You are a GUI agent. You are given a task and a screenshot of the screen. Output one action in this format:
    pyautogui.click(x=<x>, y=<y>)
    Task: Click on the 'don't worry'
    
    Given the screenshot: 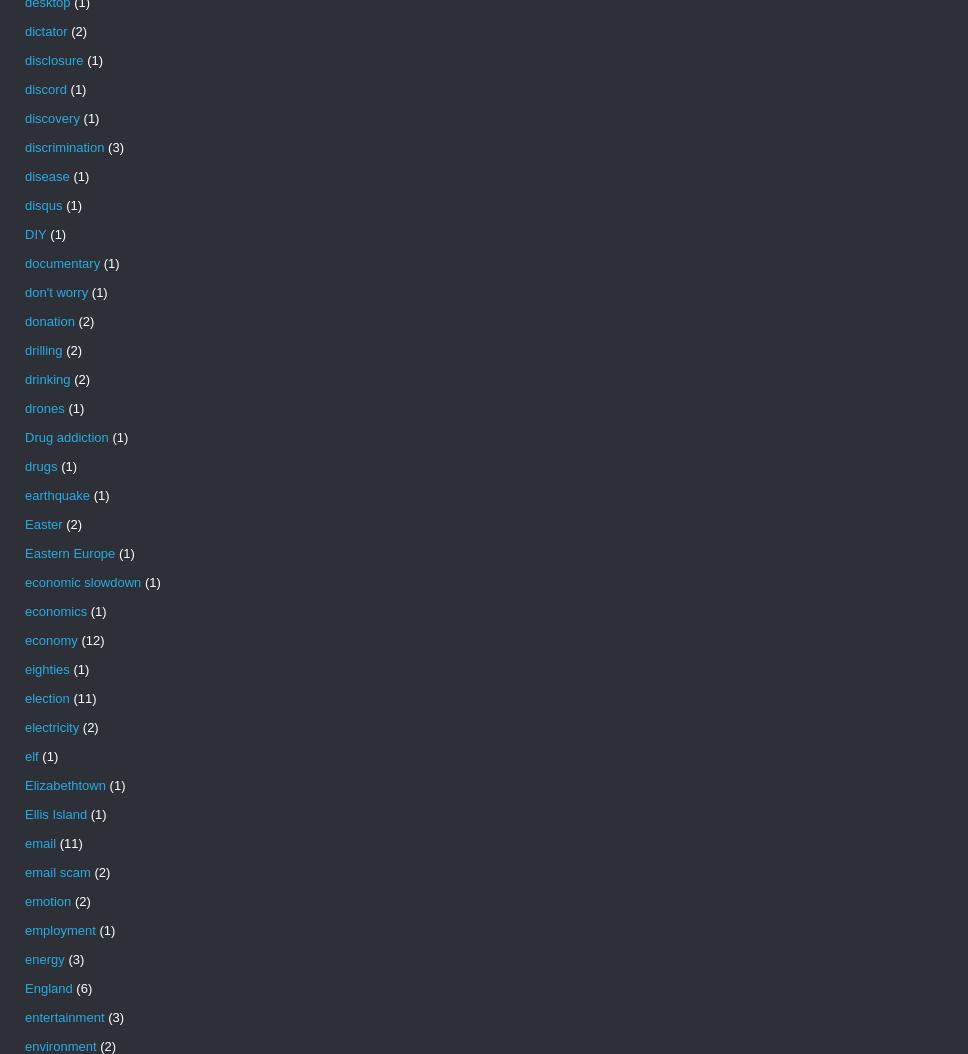 What is the action you would take?
    pyautogui.click(x=55, y=291)
    